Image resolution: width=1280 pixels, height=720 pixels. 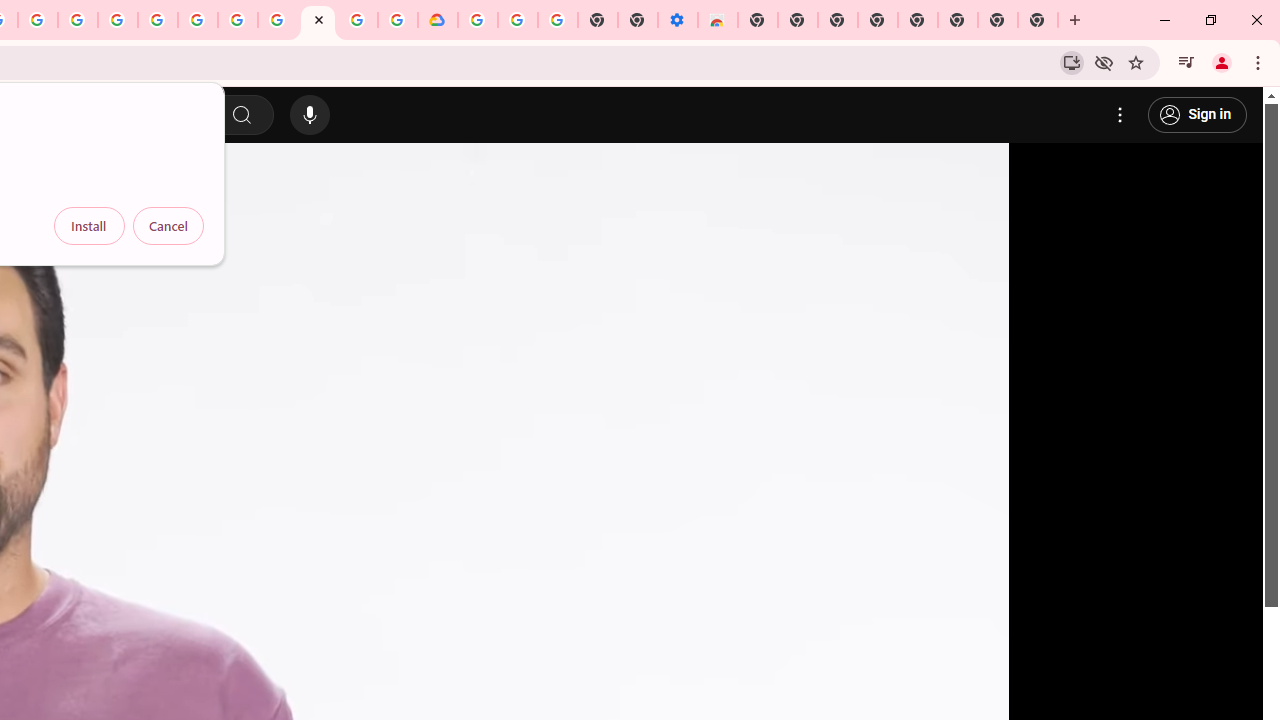 What do you see at coordinates (677, 20) in the screenshot?
I see `'Settings - Accessibility'` at bounding box center [677, 20].